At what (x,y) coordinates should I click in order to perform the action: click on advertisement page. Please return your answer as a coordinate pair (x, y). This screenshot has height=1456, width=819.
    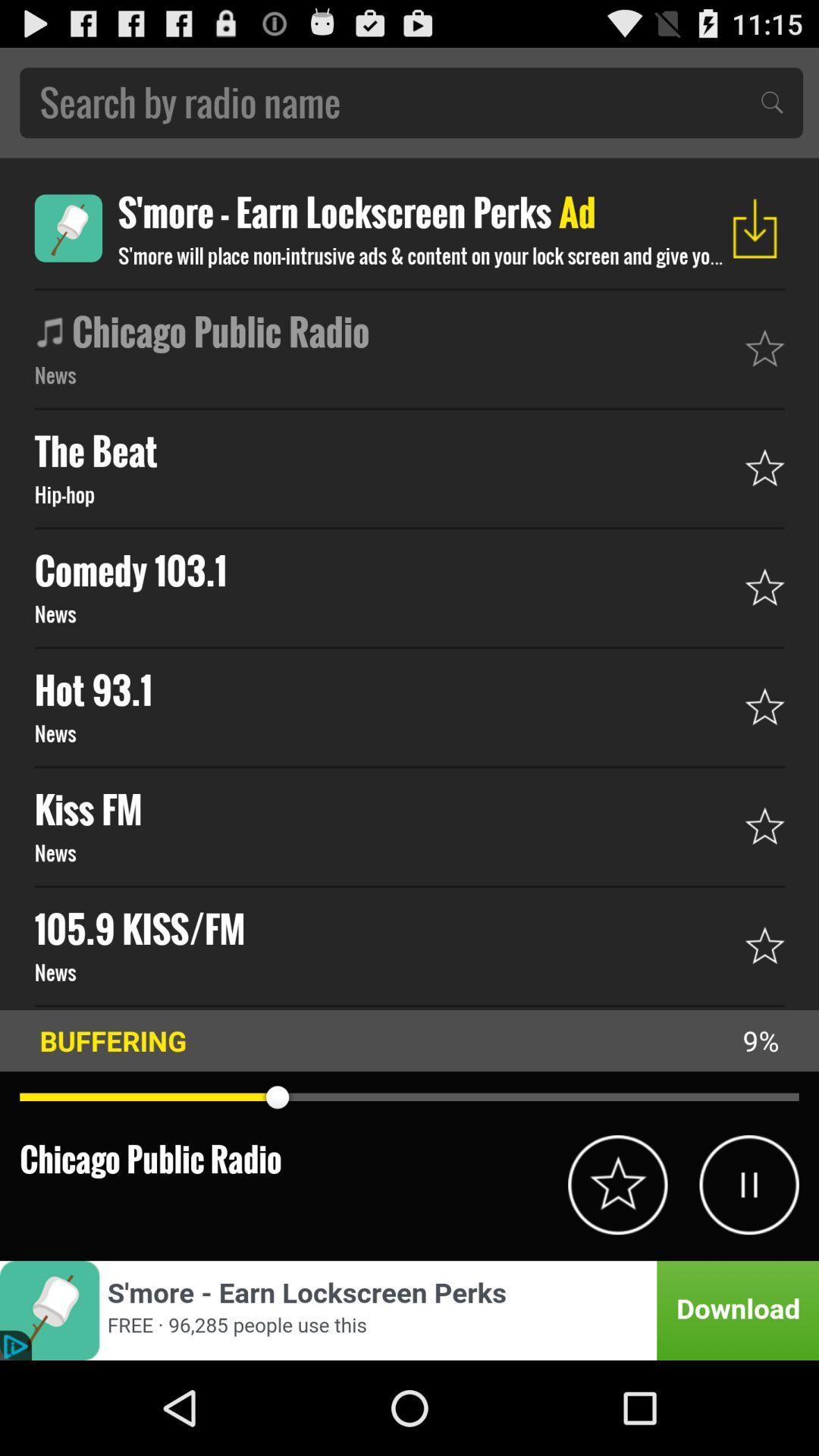
    Looking at the image, I should click on (409, 1310).